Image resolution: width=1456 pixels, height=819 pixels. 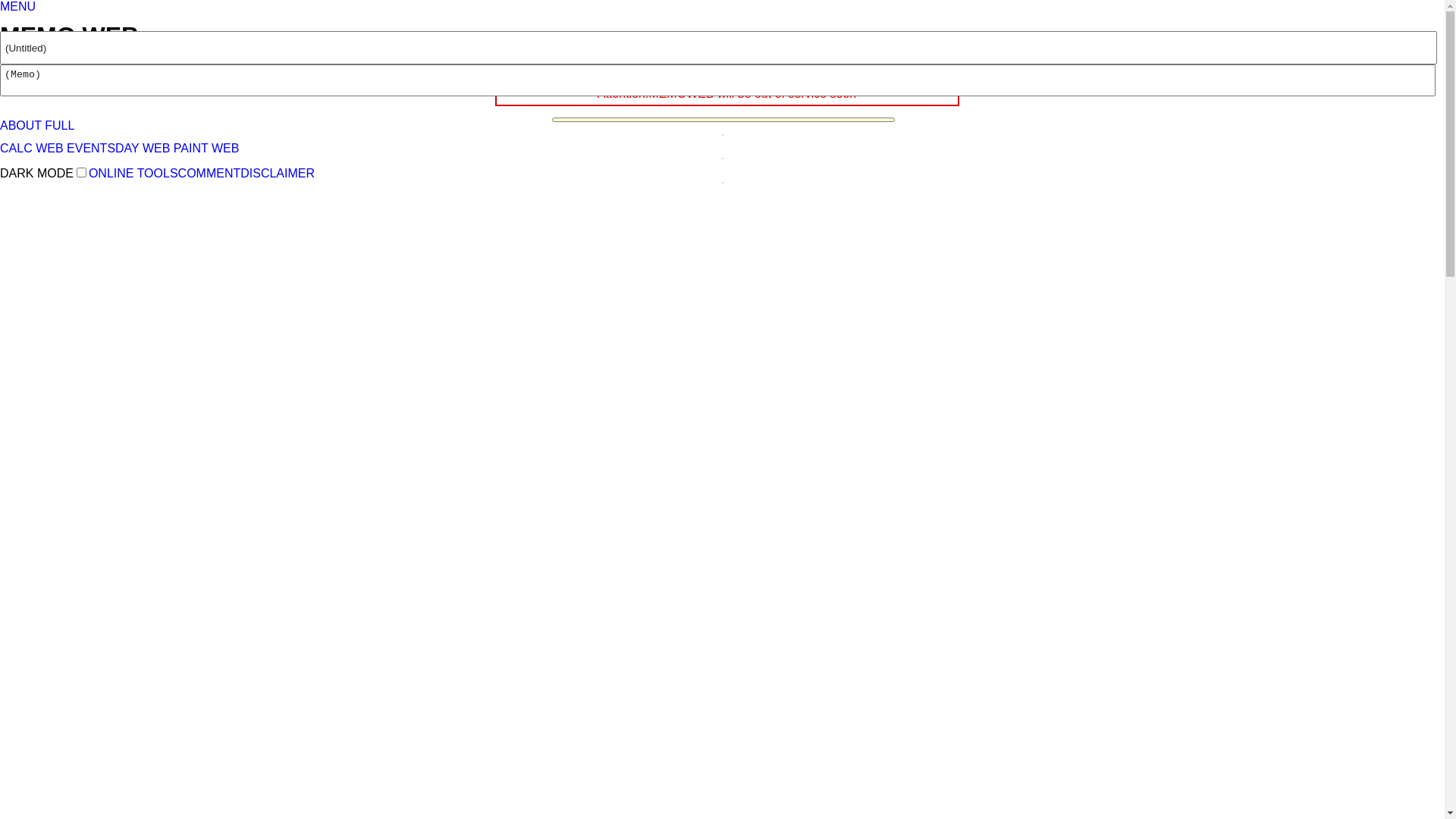 What do you see at coordinates (59, 124) in the screenshot?
I see `'FULL'` at bounding box center [59, 124].